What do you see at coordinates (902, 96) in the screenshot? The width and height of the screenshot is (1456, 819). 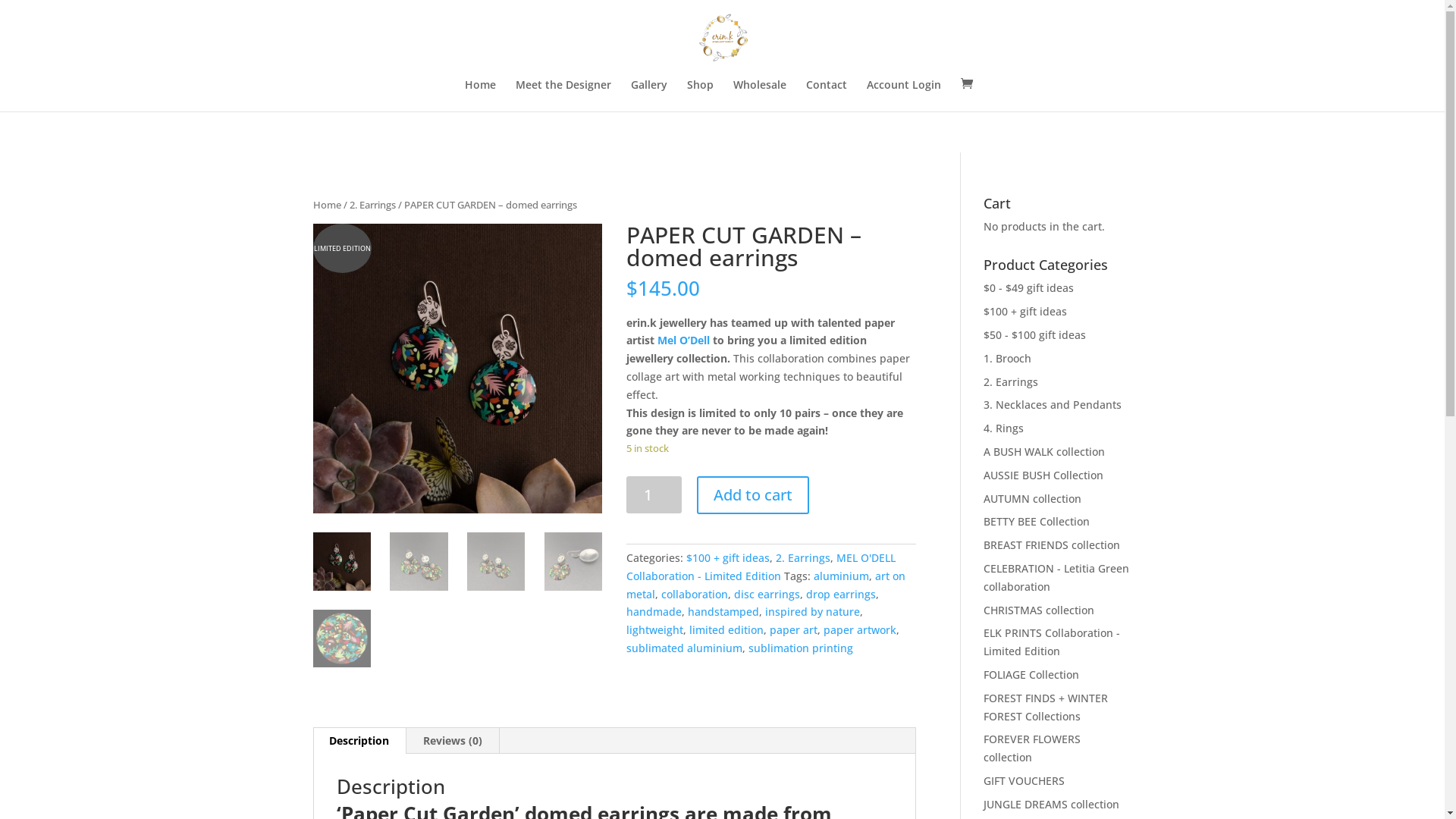 I see `'Account Login'` at bounding box center [902, 96].